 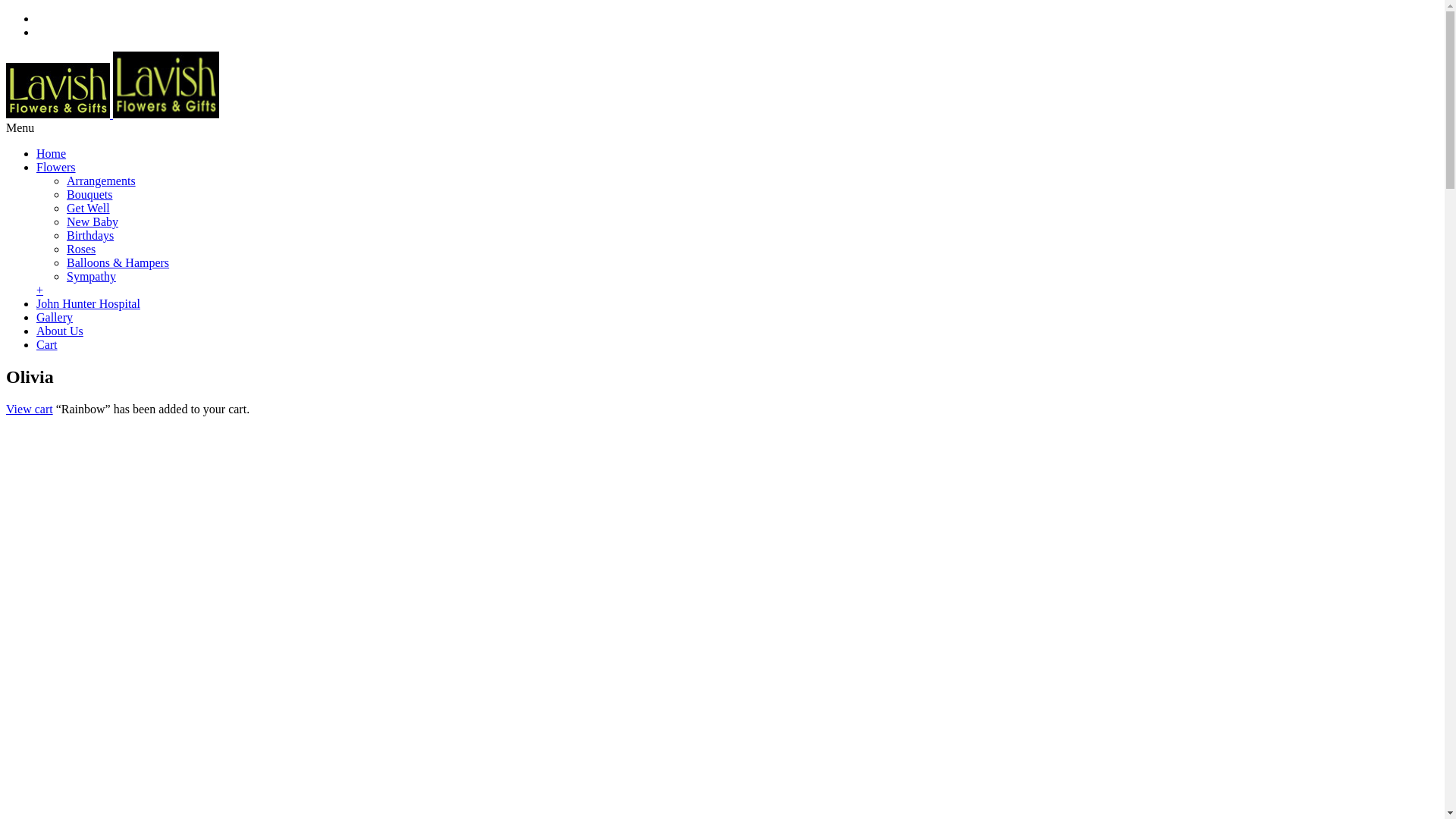 I want to click on 'Lavish Flowers Online', so click(x=111, y=113).